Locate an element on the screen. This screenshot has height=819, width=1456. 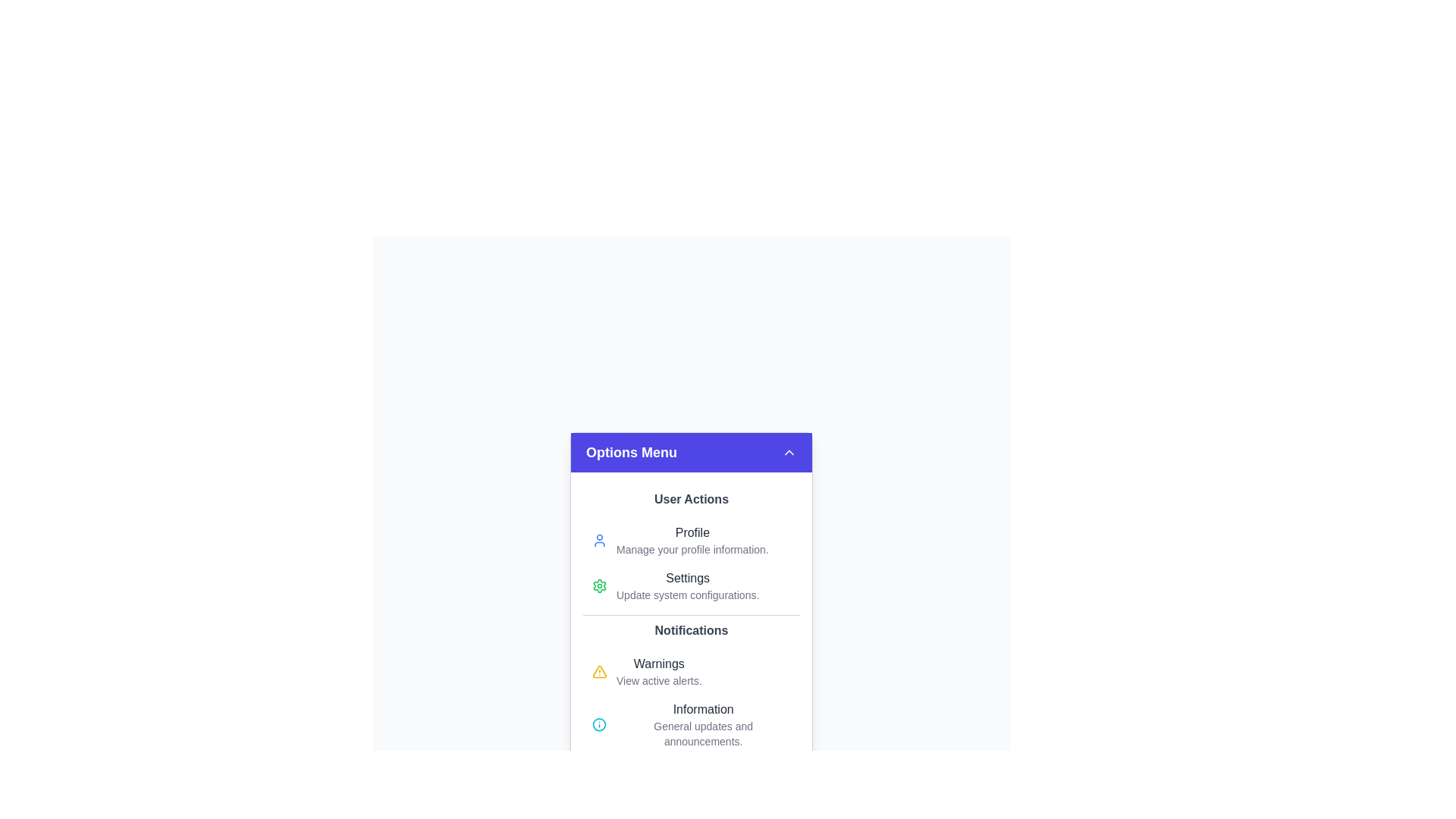
the subsections within the notifications section is located at coordinates (691, 688).